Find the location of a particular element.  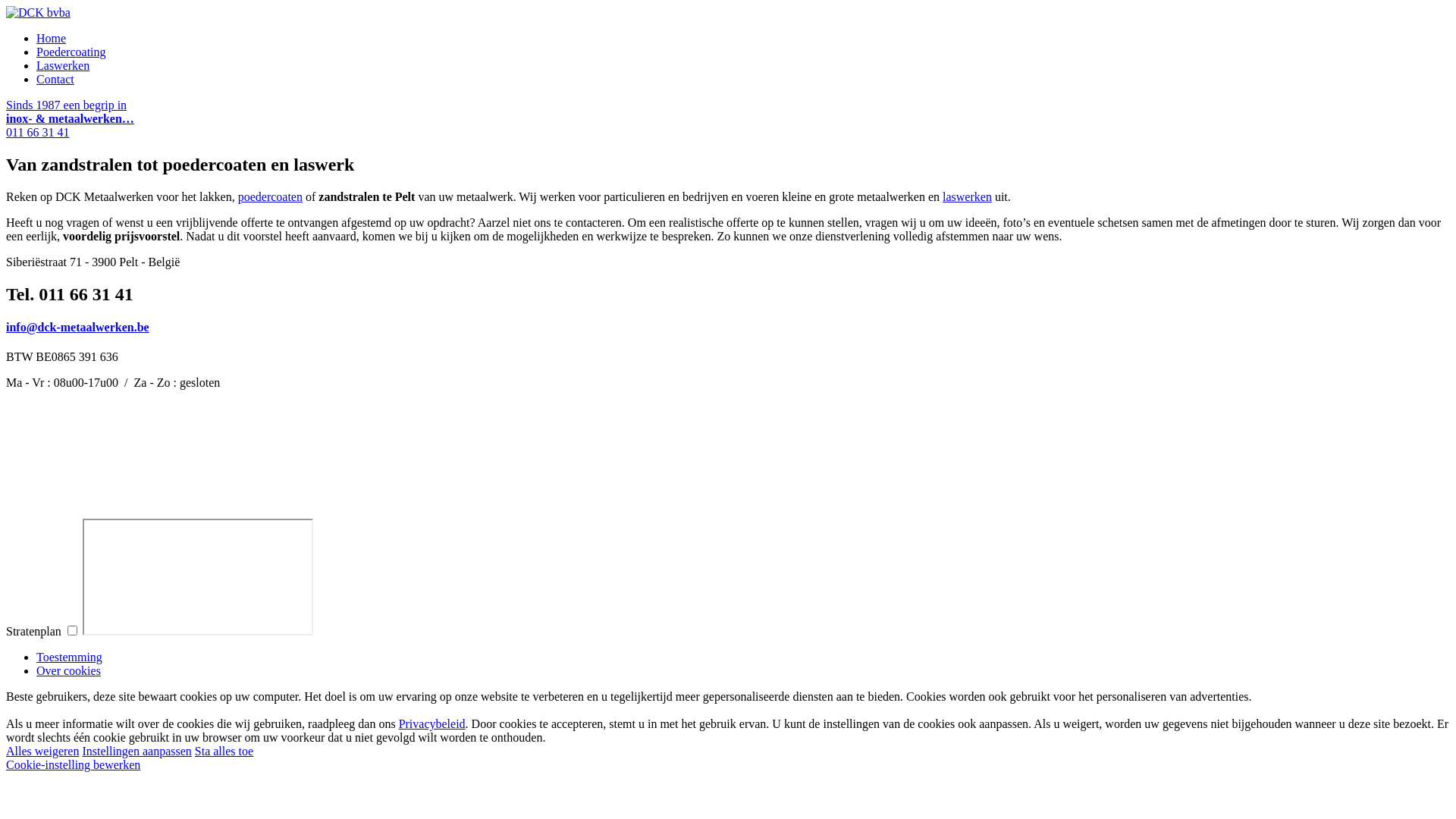

'Contact' is located at coordinates (55, 79).